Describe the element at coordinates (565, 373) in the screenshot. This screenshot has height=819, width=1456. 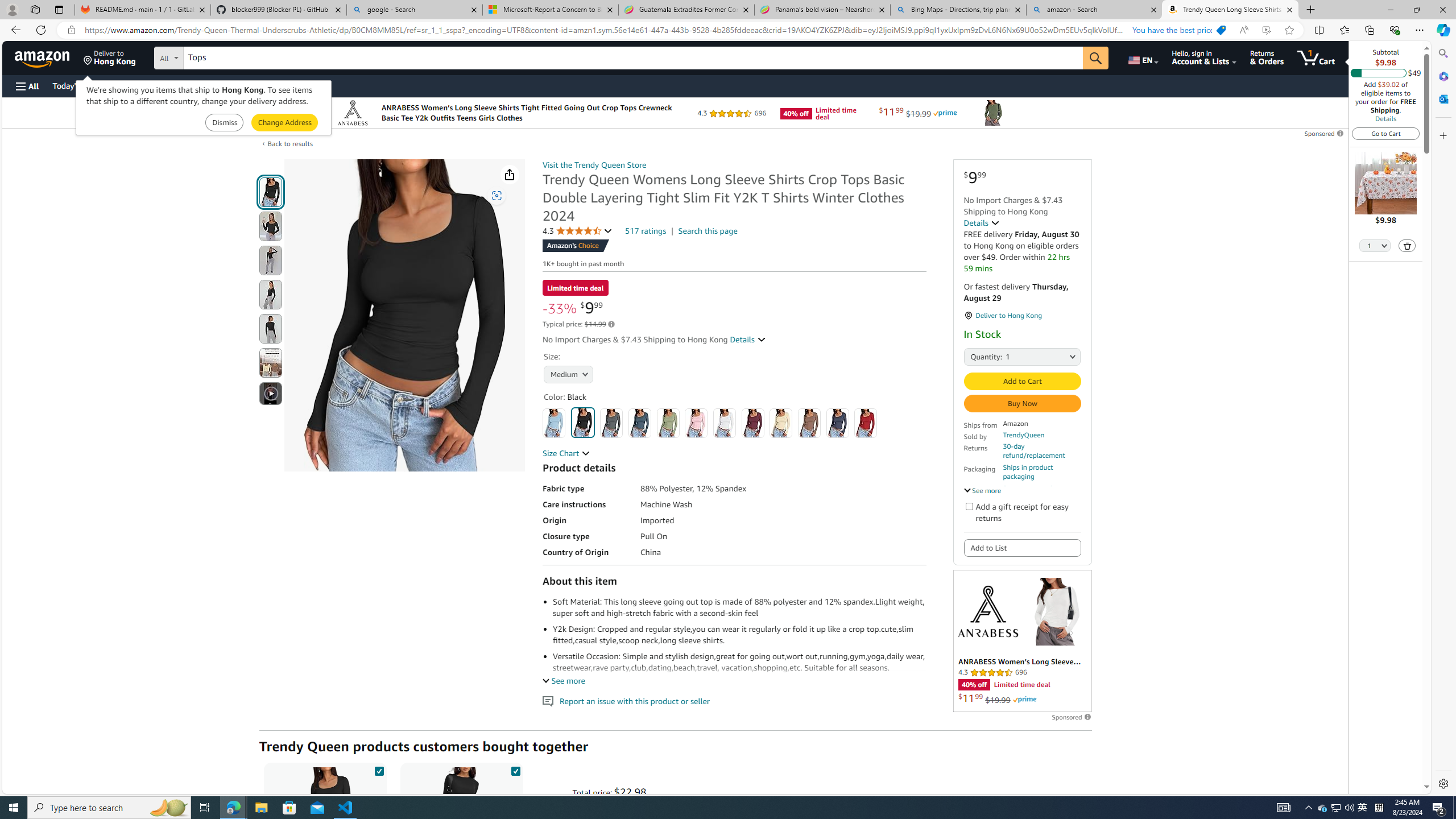
I see `'AutomationID: native_dropdown_selected_size_name'` at that location.